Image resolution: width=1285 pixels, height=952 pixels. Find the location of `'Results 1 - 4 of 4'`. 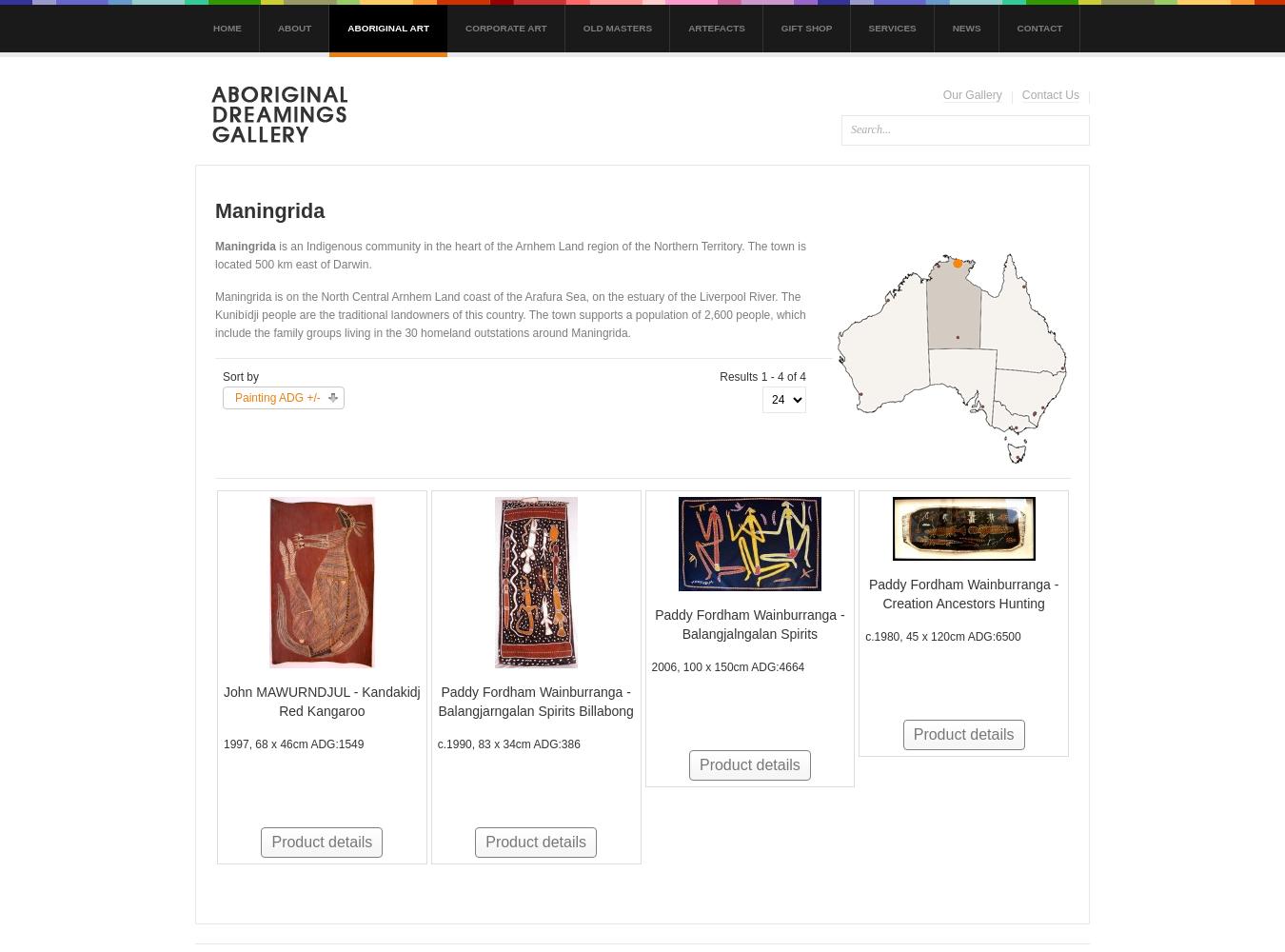

'Results 1 - 4 of 4' is located at coordinates (762, 376).